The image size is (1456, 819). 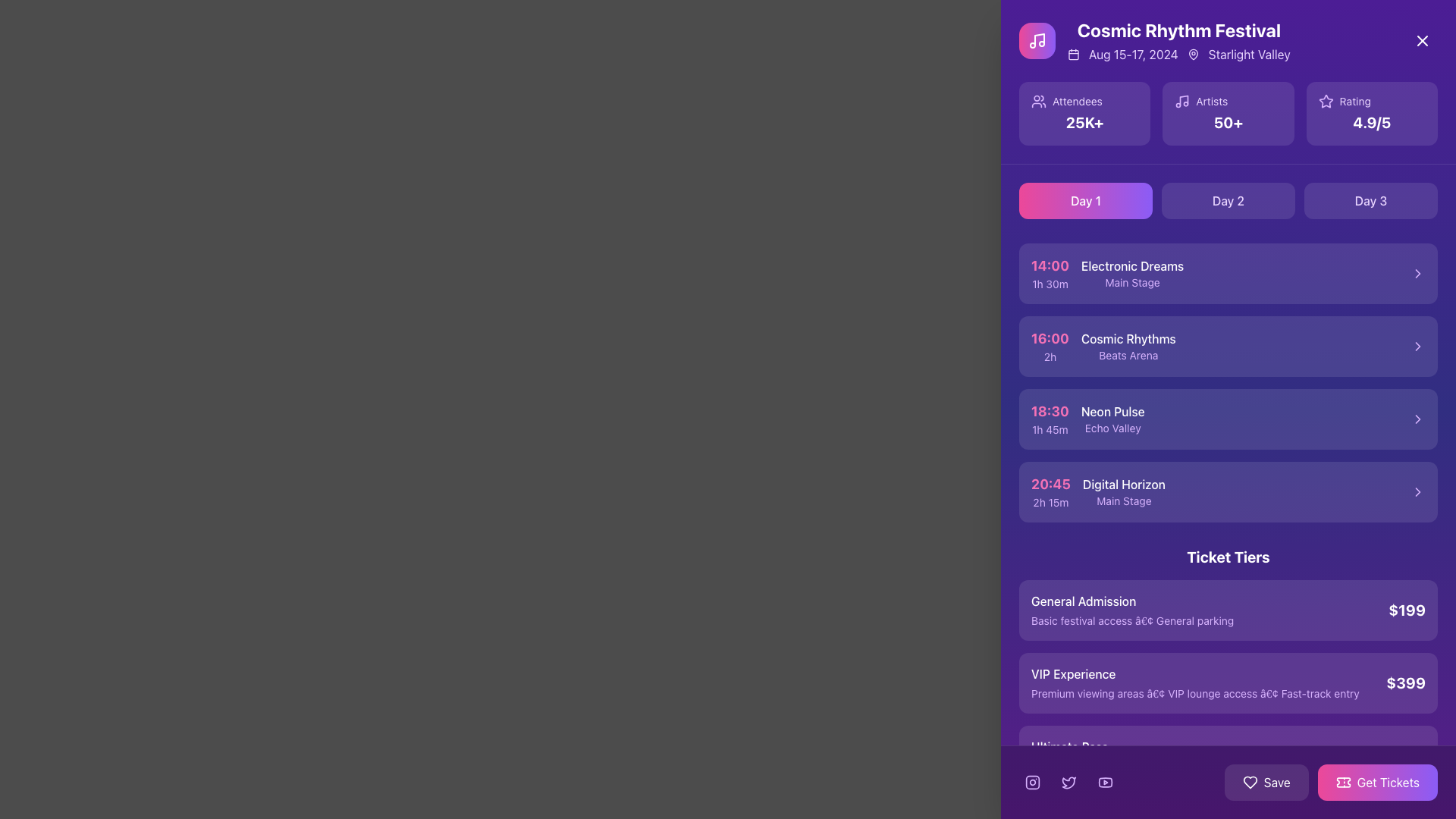 I want to click on the 'Get Tickets' button, which contains a decorative icon on the left side, so click(x=1343, y=783).